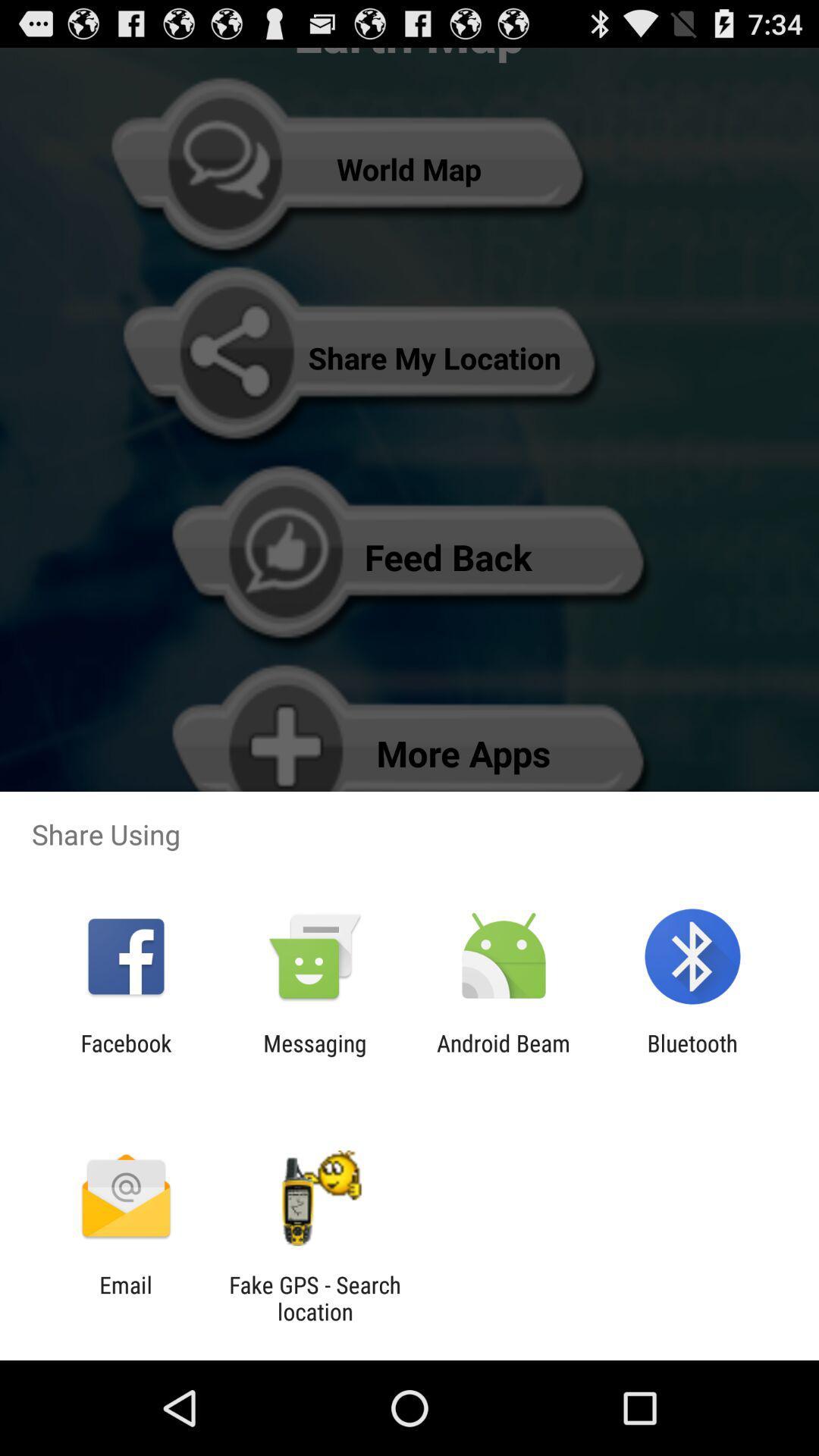  Describe the element at coordinates (314, 1056) in the screenshot. I see `messaging app` at that location.